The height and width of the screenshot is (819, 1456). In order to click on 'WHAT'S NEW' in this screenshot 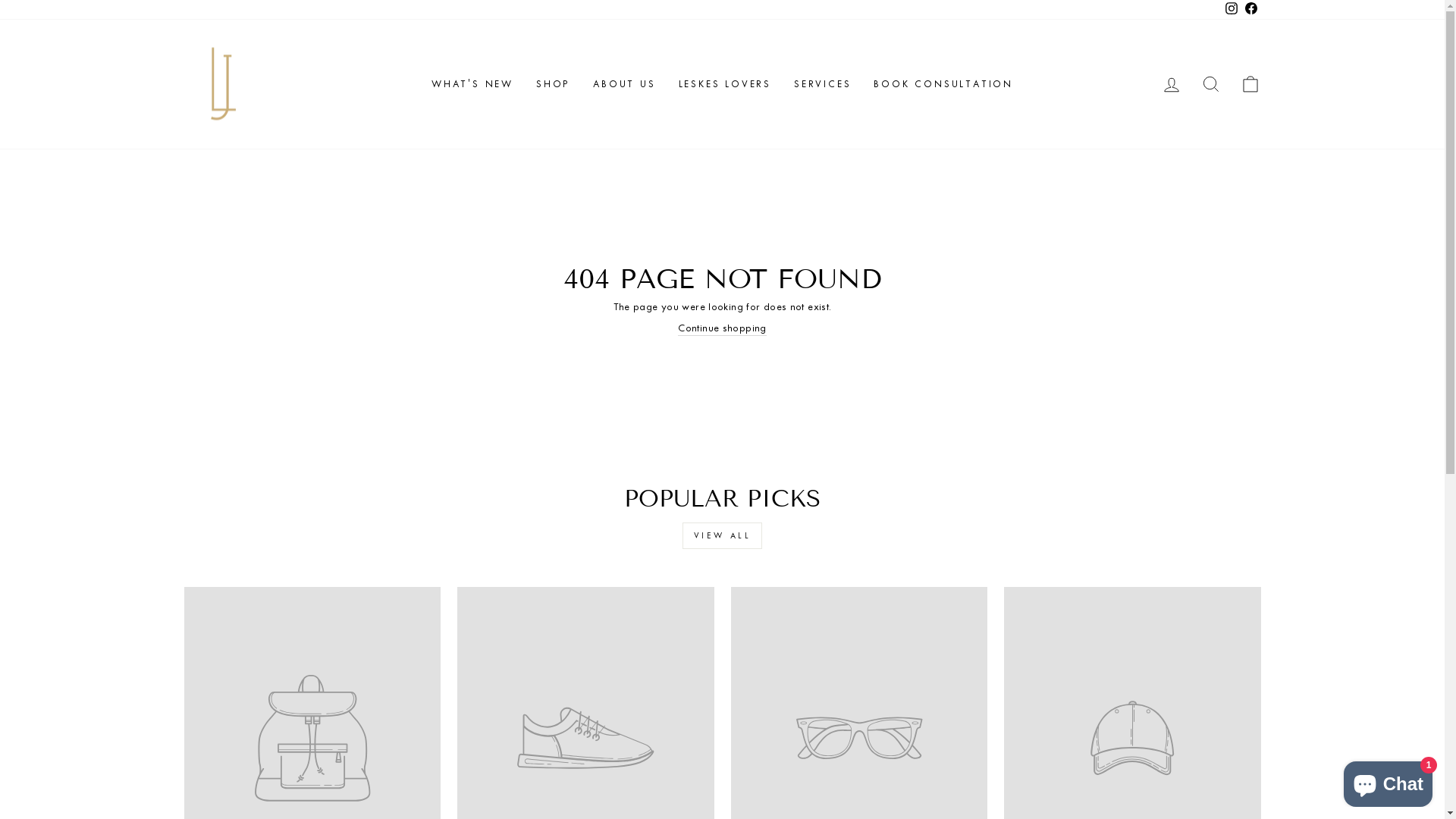, I will do `click(419, 84)`.